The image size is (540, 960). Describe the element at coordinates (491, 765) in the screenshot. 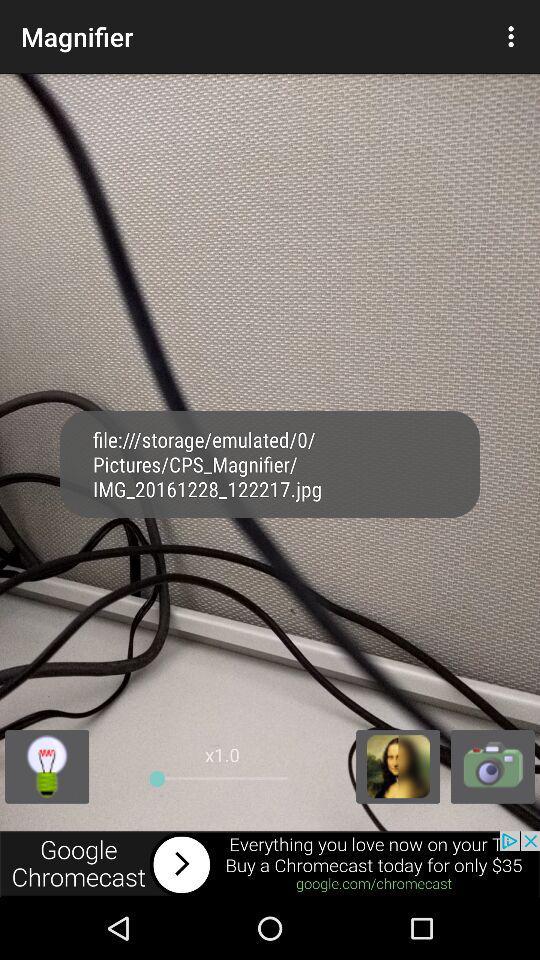

I see `open camera` at that location.